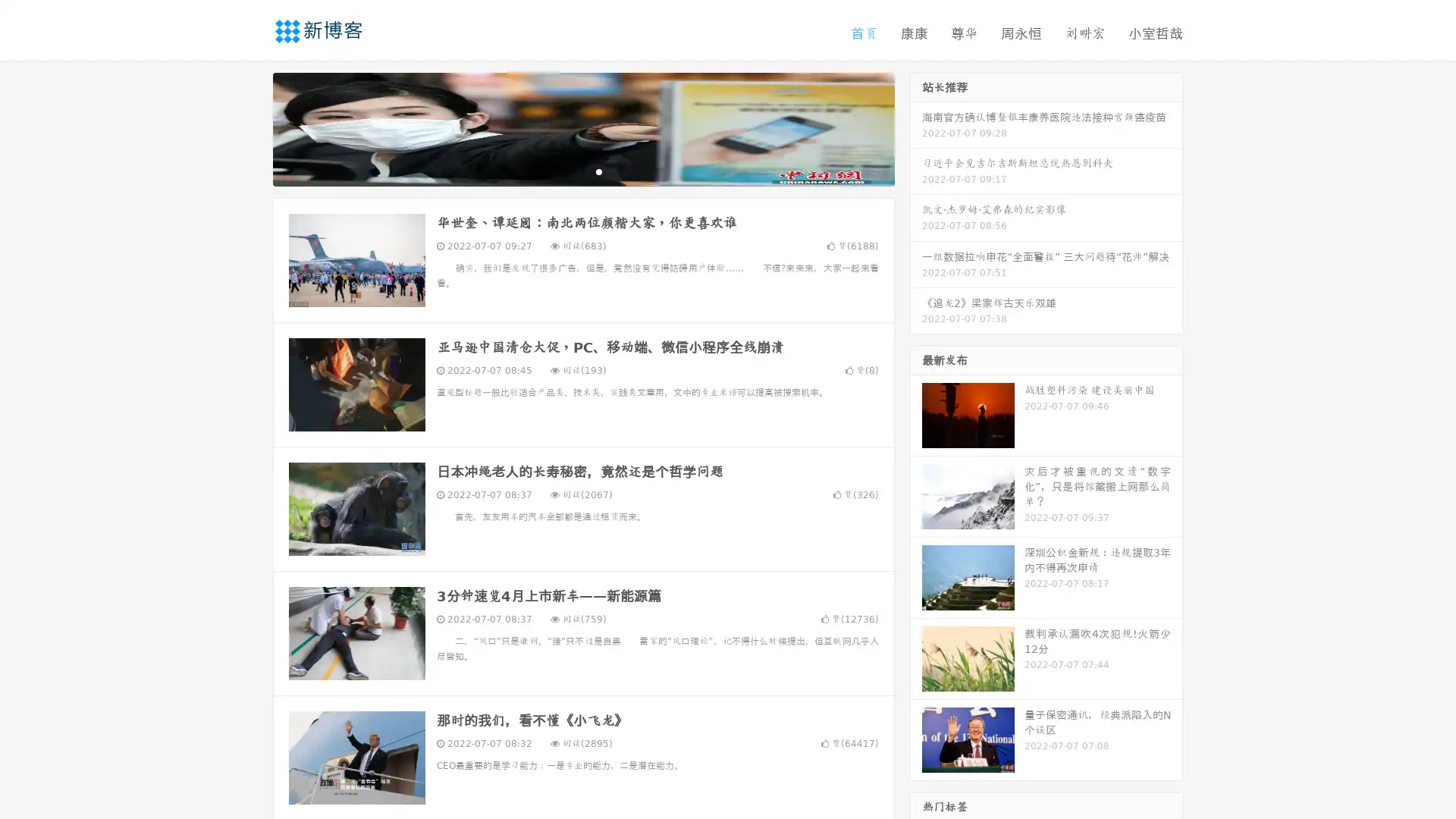  Describe the element at coordinates (567, 171) in the screenshot. I see `Go to slide 1` at that location.